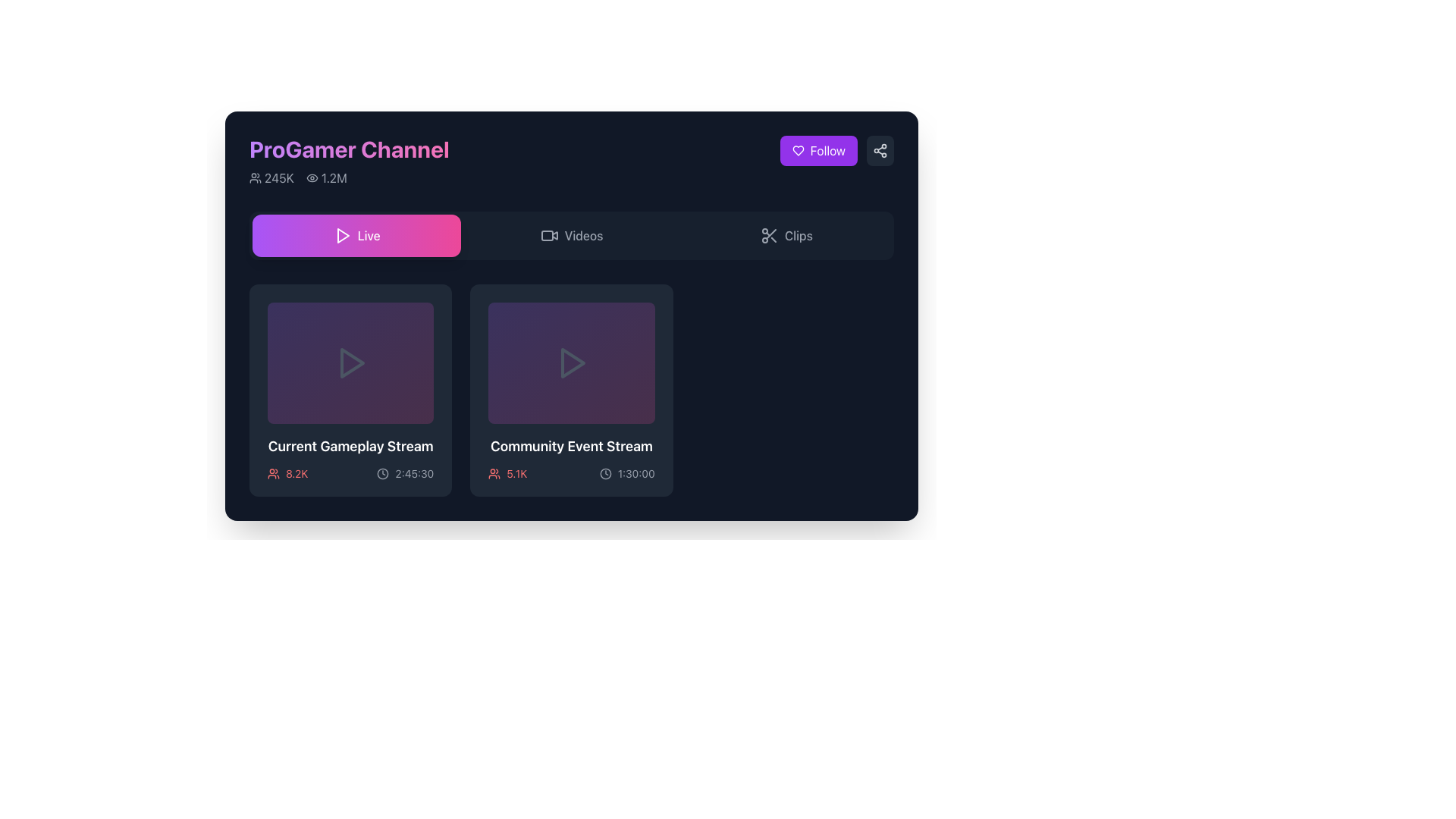 The image size is (1456, 819). What do you see at coordinates (880, 151) in the screenshot?
I see `the rightmost button in the horizontal group of action buttons located at the top right corner of the dark content panel` at bounding box center [880, 151].